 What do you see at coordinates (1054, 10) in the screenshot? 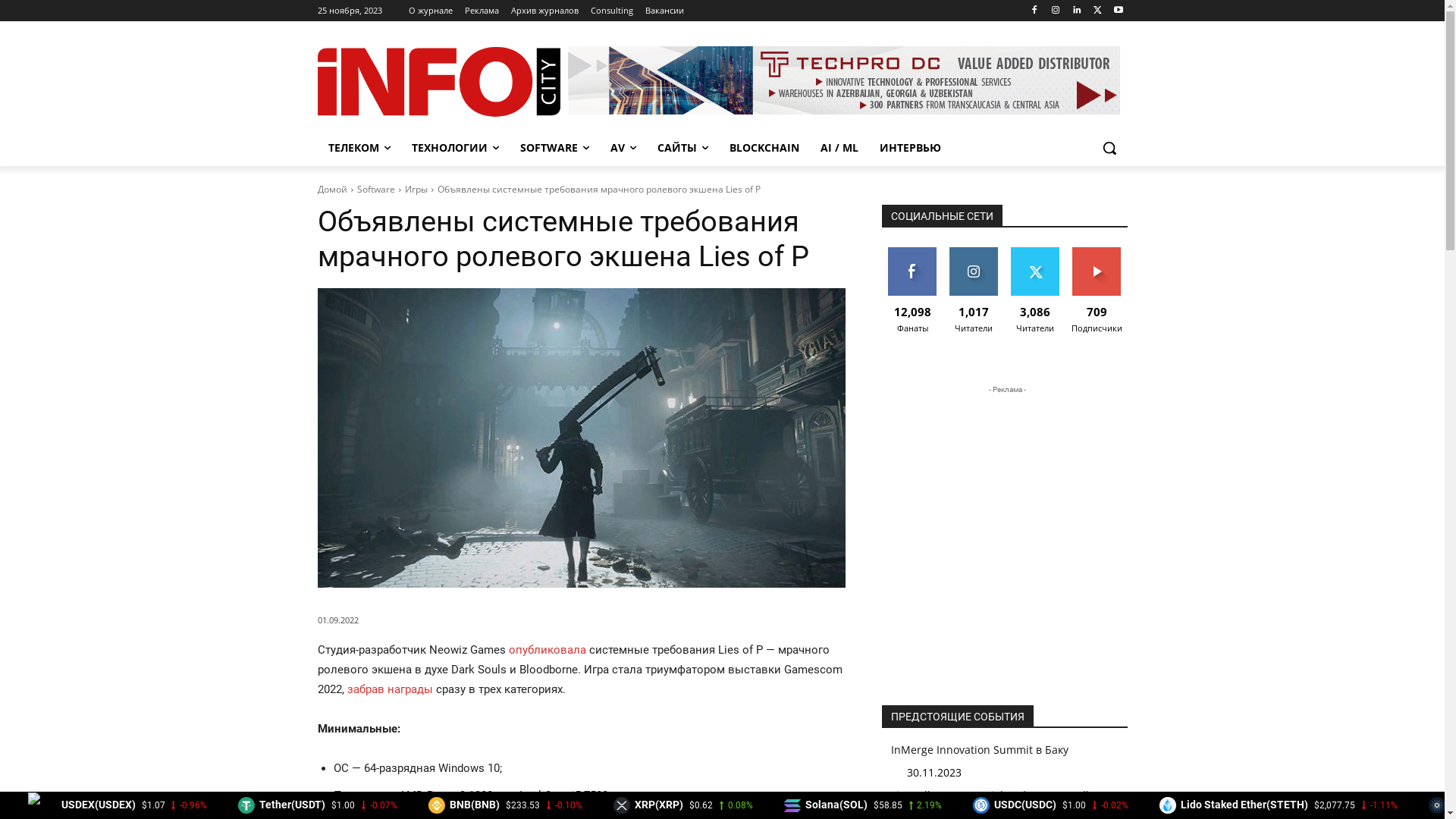
I see `'Instagram'` at bounding box center [1054, 10].